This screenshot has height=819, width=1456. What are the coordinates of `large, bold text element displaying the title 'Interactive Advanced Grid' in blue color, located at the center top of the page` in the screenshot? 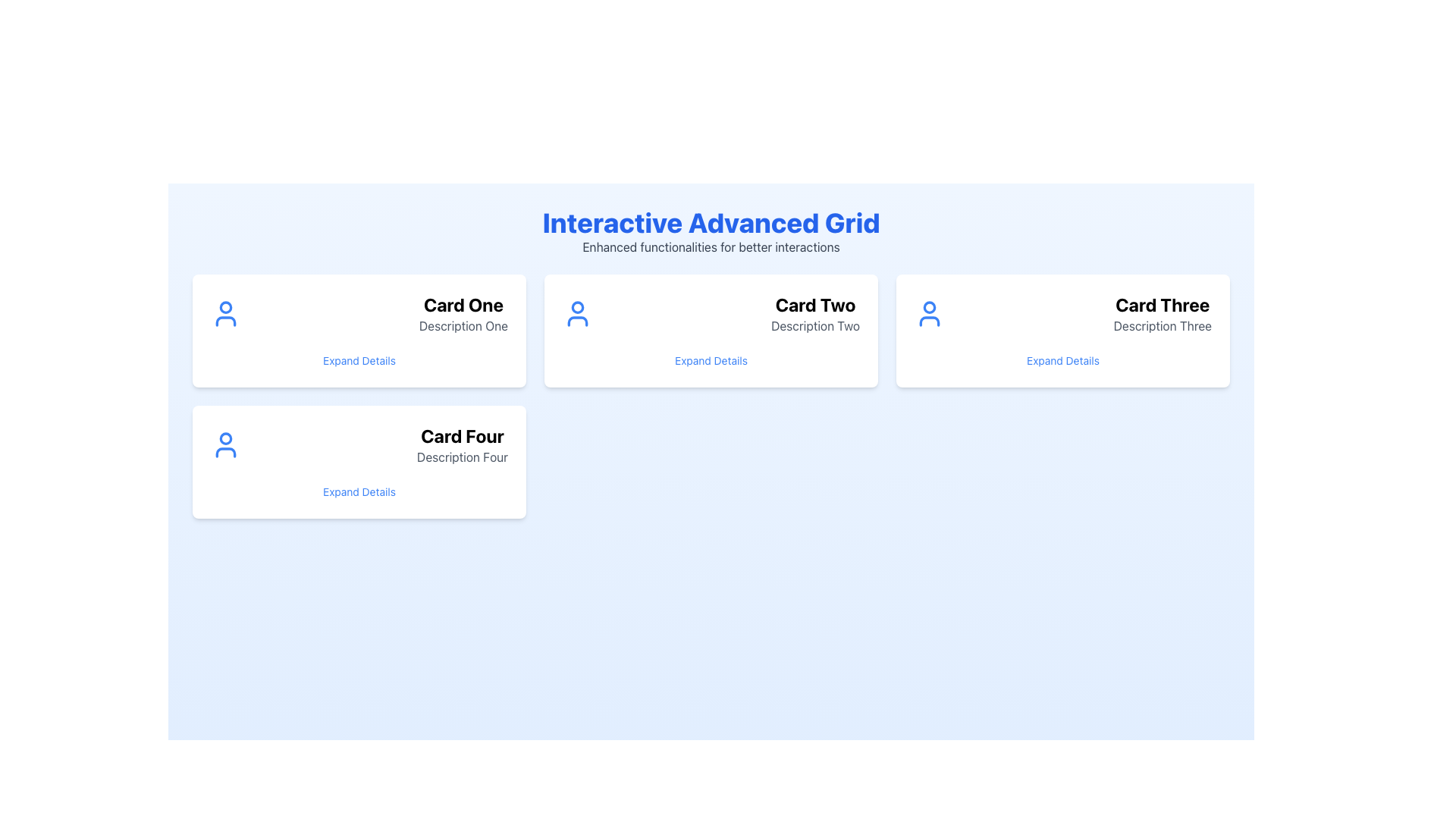 It's located at (710, 222).